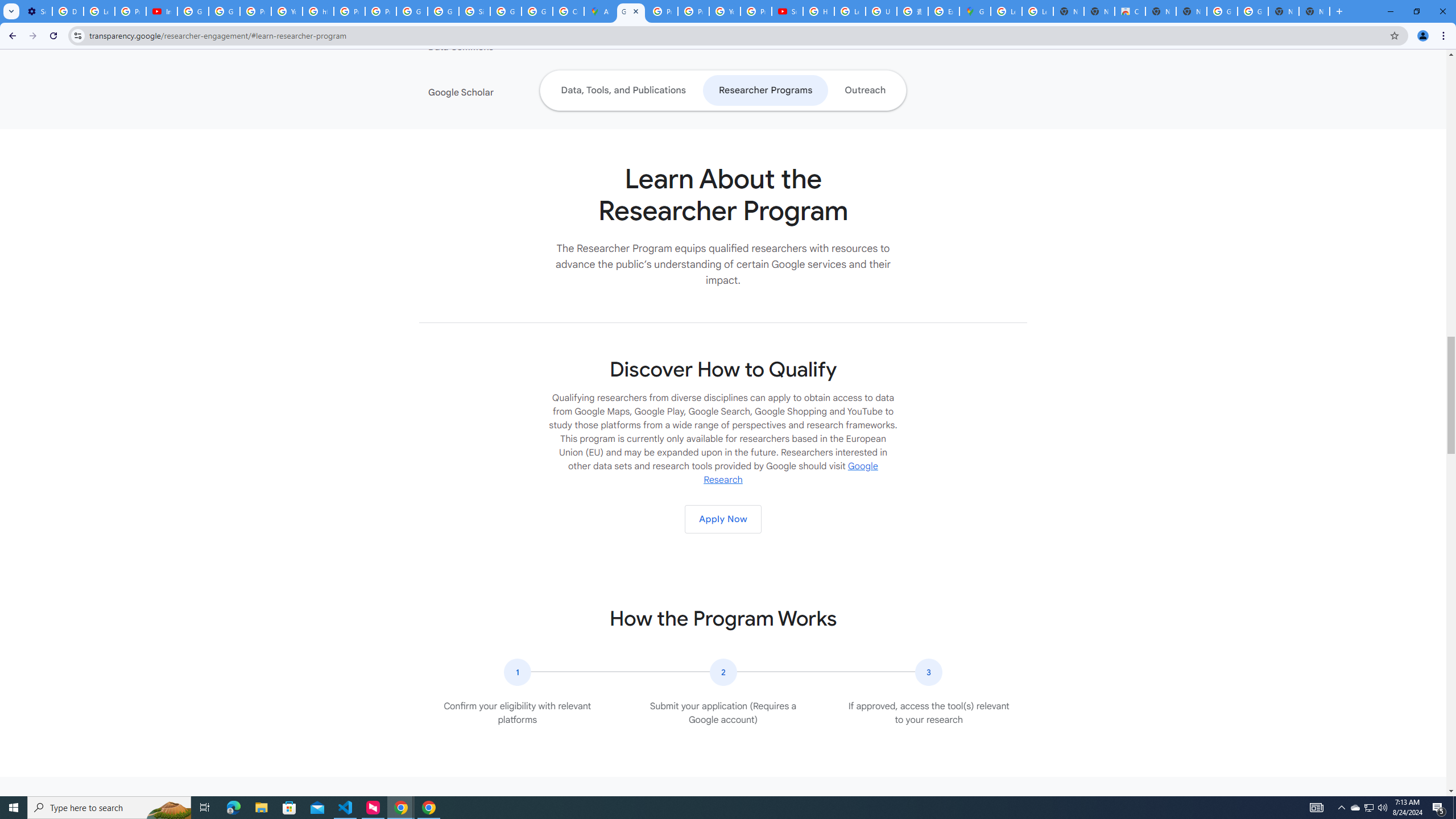  Describe the element at coordinates (765, 90) in the screenshot. I see `'Researcher Programs'` at that location.